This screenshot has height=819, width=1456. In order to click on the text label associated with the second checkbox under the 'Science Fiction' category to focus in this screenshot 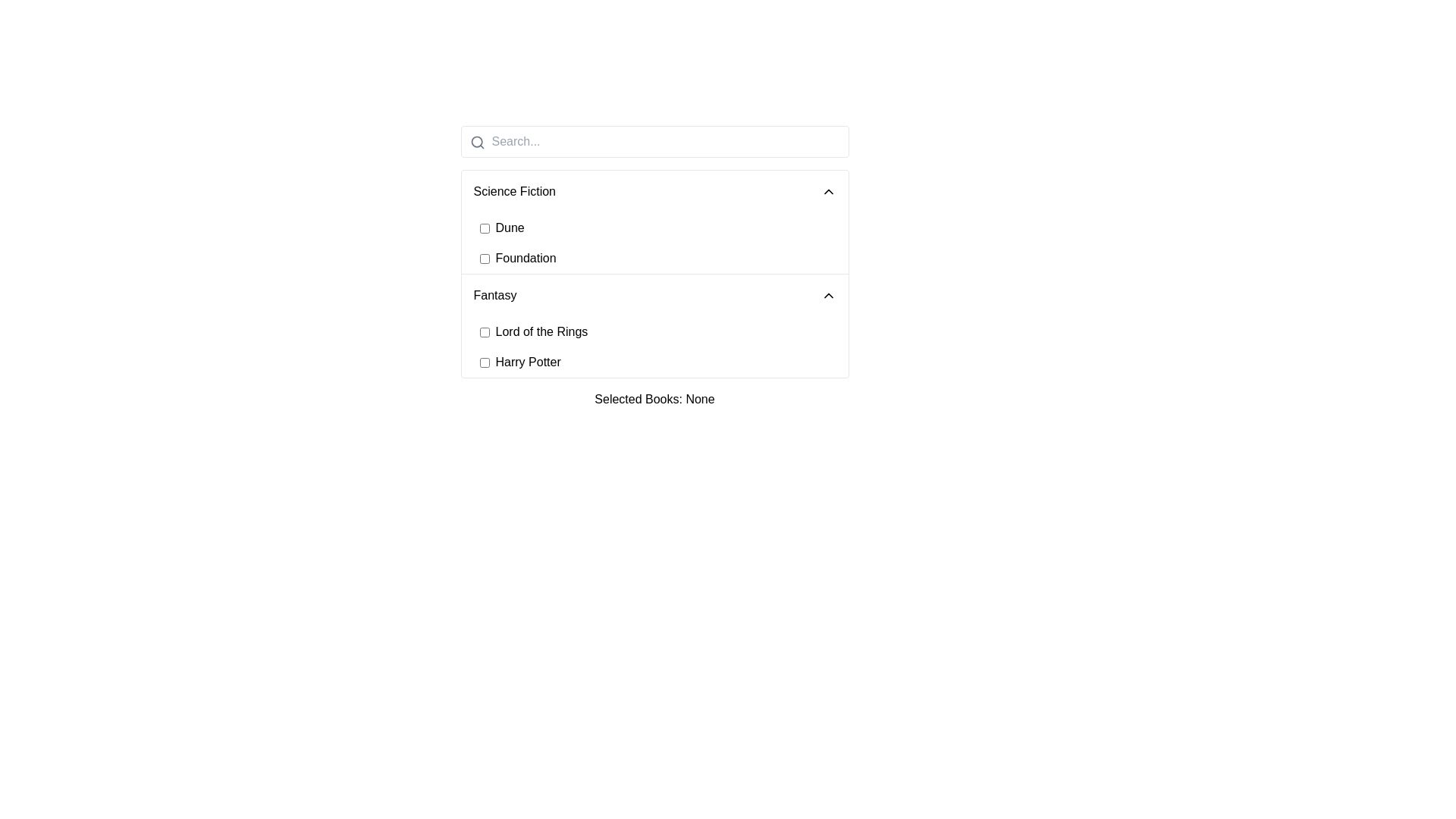, I will do `click(526, 257)`.